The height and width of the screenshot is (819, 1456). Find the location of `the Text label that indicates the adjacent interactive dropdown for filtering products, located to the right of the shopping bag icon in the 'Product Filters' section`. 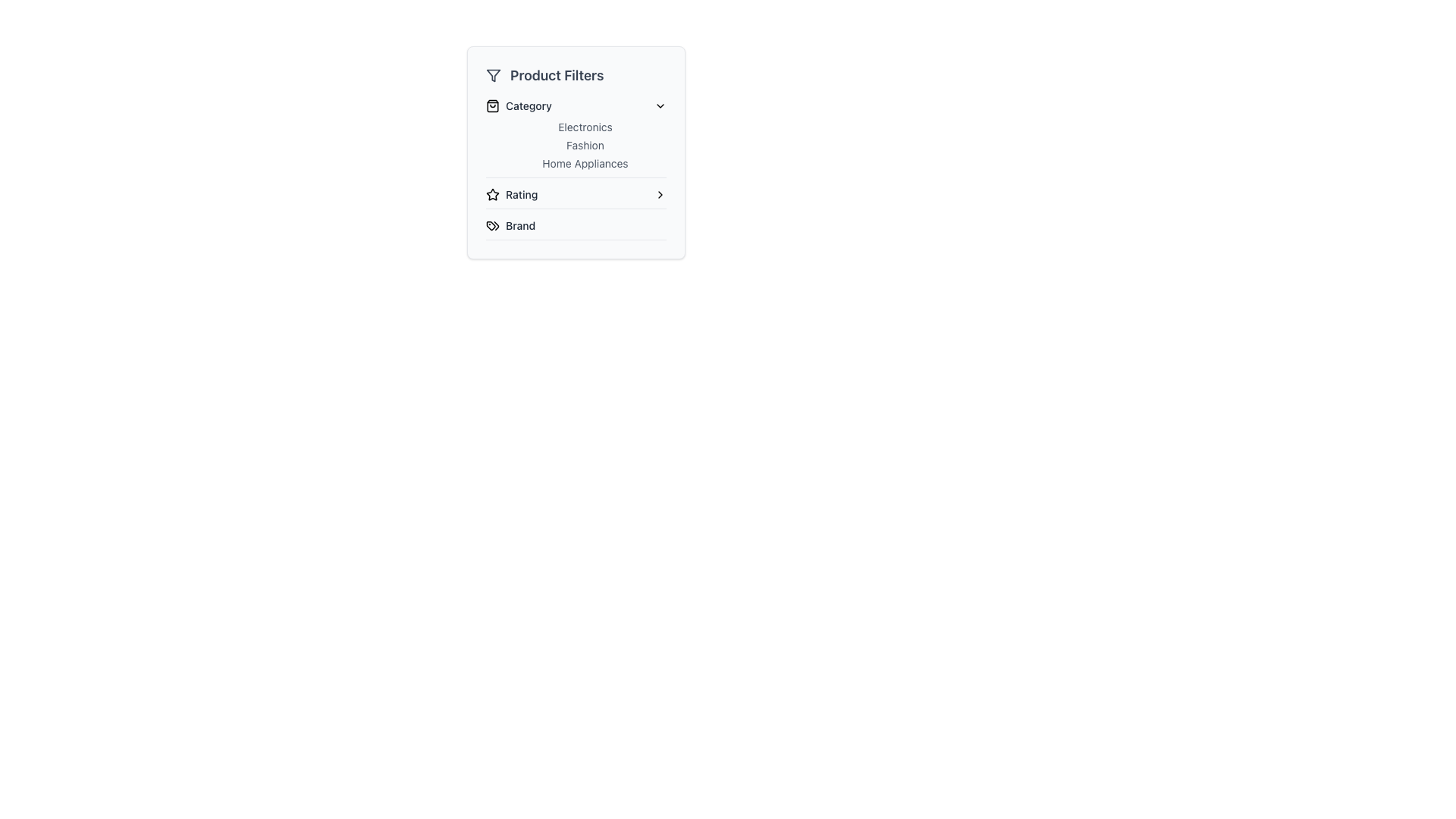

the Text label that indicates the adjacent interactive dropdown for filtering products, located to the right of the shopping bag icon in the 'Product Filters' section is located at coordinates (529, 105).